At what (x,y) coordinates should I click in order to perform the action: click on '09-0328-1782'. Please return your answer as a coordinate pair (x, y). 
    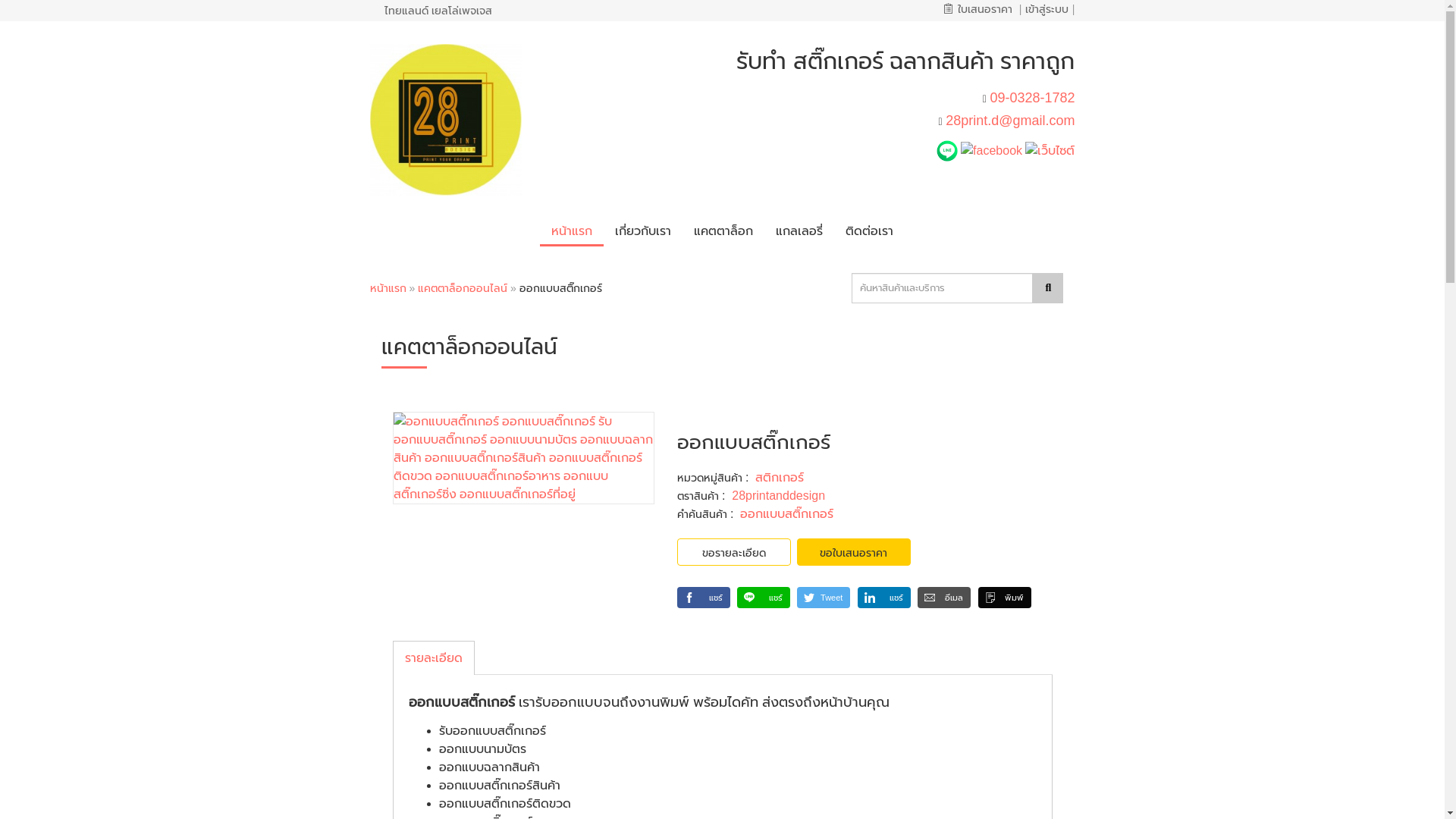
    Looking at the image, I should click on (1031, 96).